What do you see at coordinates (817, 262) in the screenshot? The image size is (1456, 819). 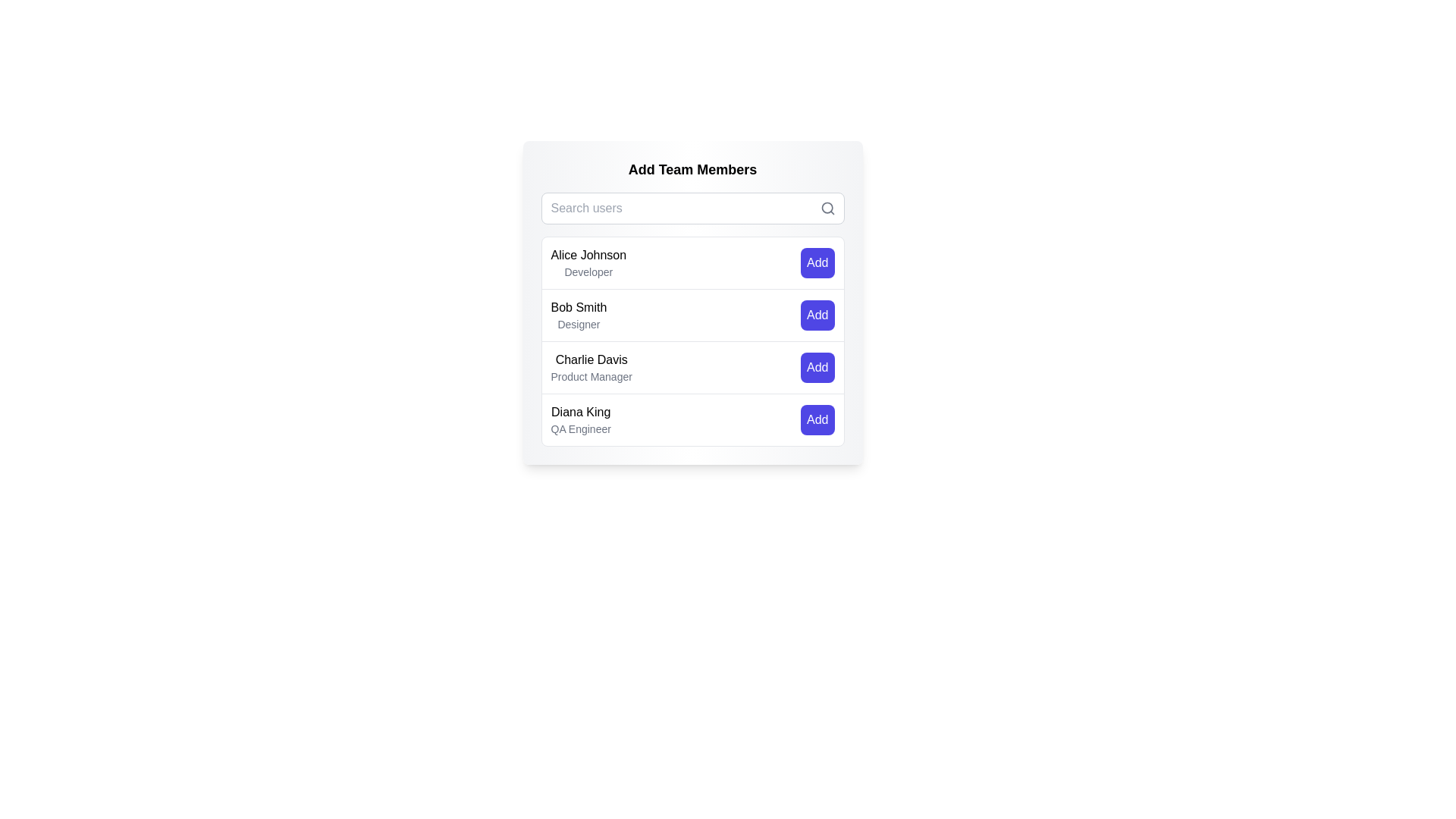 I see `the 'Add' button located at the right side of the 'Alice Johnson Developer' entry` at bounding box center [817, 262].